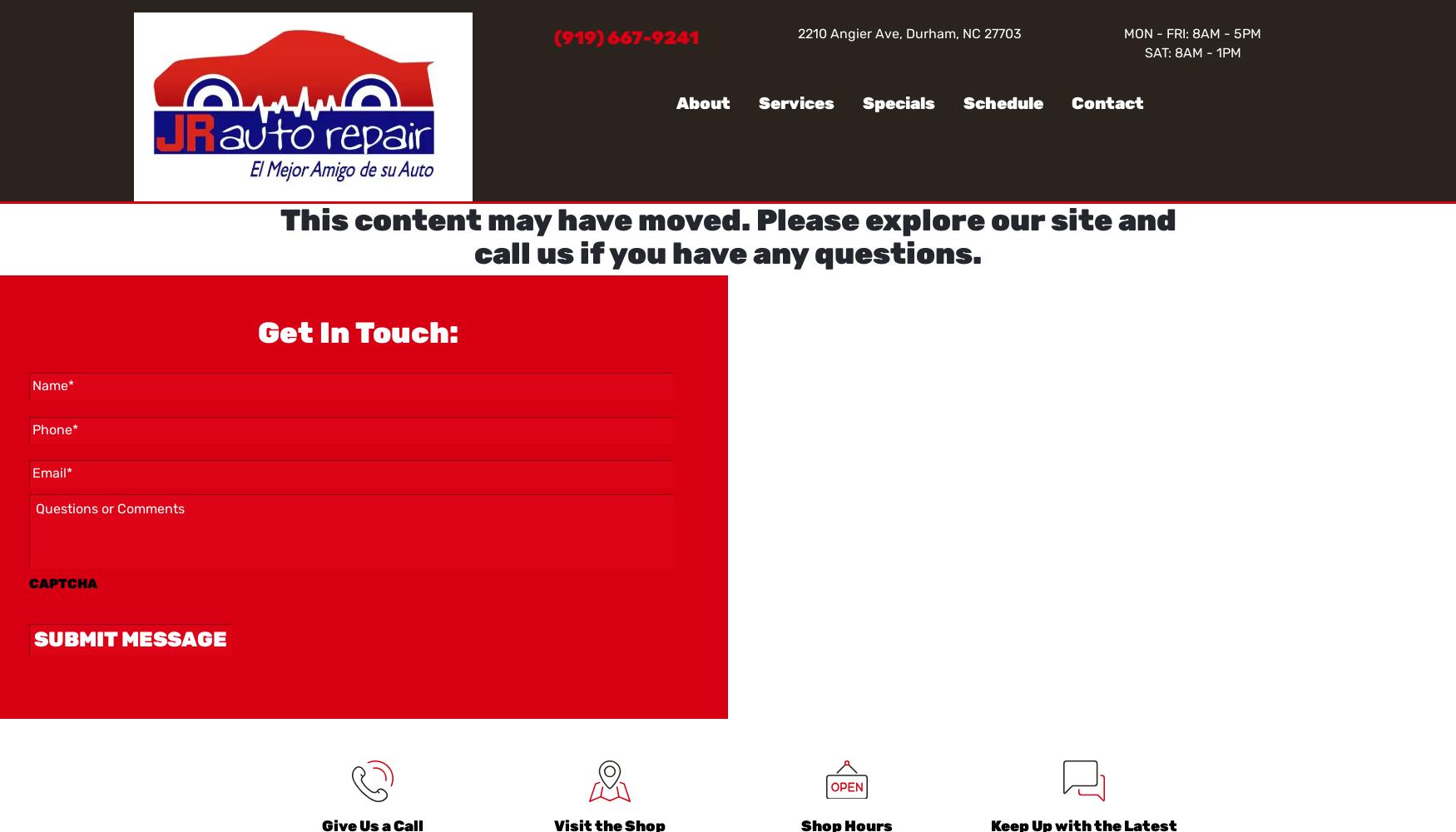 The image size is (1456, 832). What do you see at coordinates (62, 582) in the screenshot?
I see `'CAPTCHA'` at bounding box center [62, 582].